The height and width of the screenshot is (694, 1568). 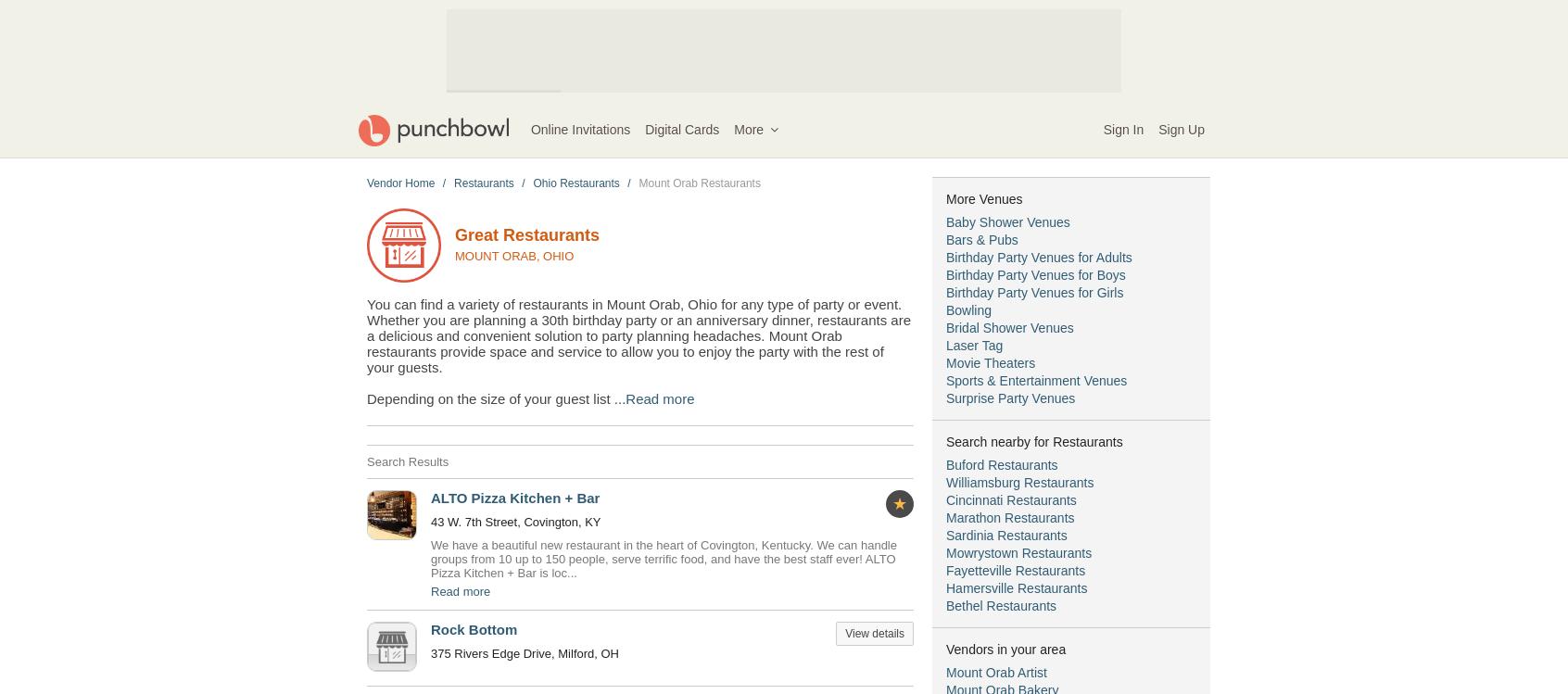 What do you see at coordinates (579, 129) in the screenshot?
I see `'Online Invitations'` at bounding box center [579, 129].